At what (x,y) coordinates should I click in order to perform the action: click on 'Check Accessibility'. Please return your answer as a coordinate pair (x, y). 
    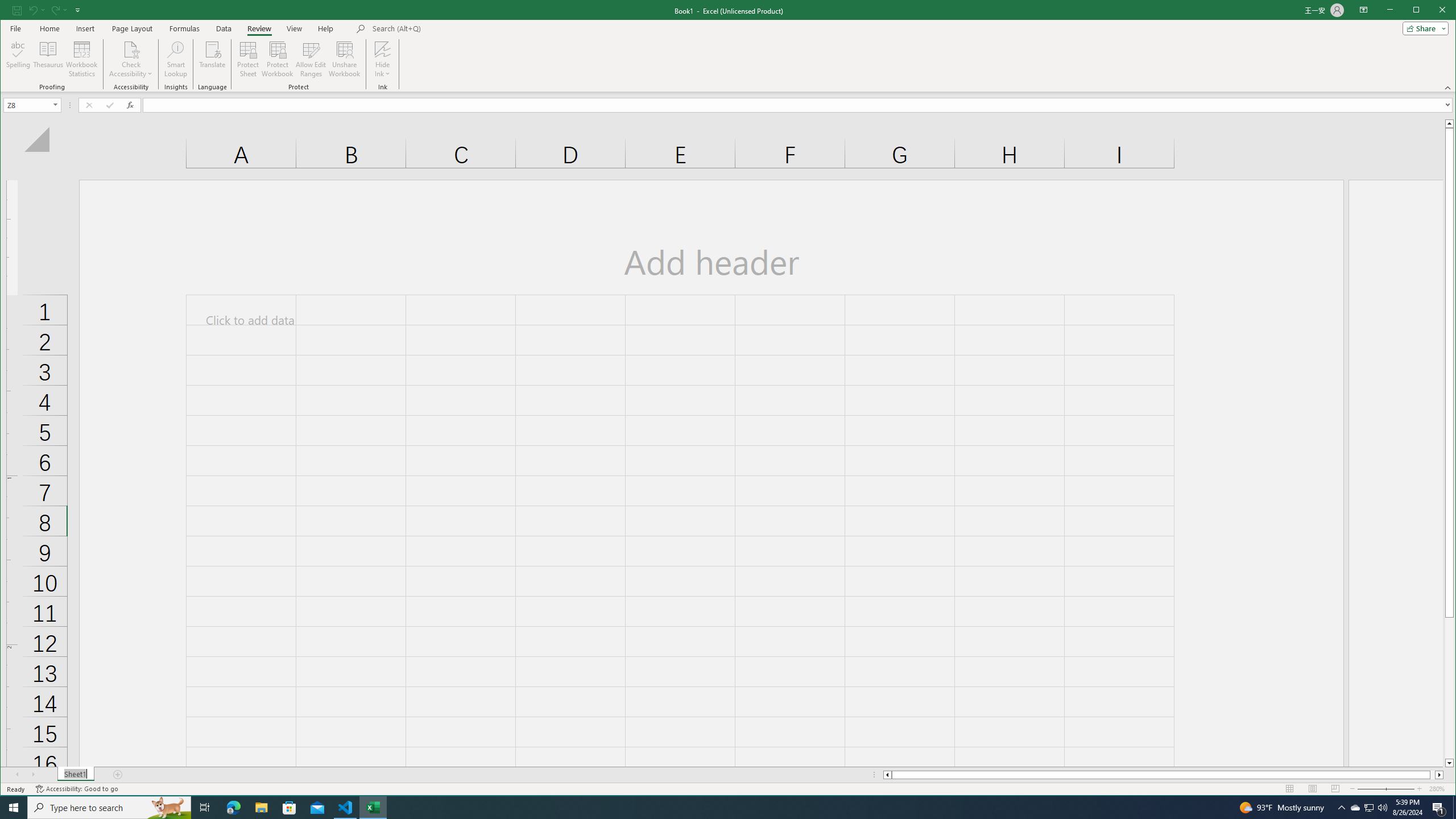
    Looking at the image, I should click on (130, 48).